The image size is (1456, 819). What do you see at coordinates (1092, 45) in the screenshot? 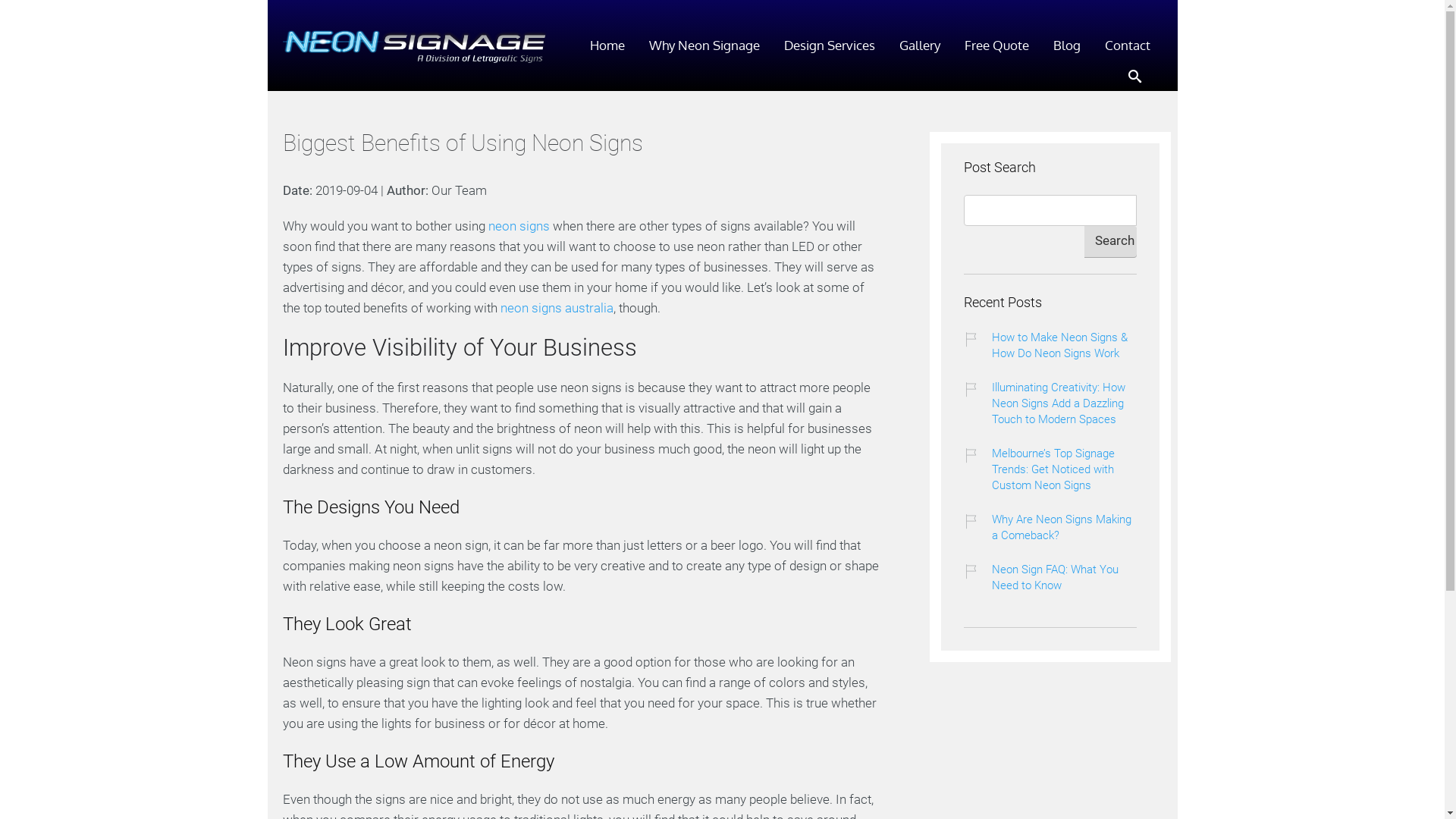
I see `'Contact'` at bounding box center [1092, 45].